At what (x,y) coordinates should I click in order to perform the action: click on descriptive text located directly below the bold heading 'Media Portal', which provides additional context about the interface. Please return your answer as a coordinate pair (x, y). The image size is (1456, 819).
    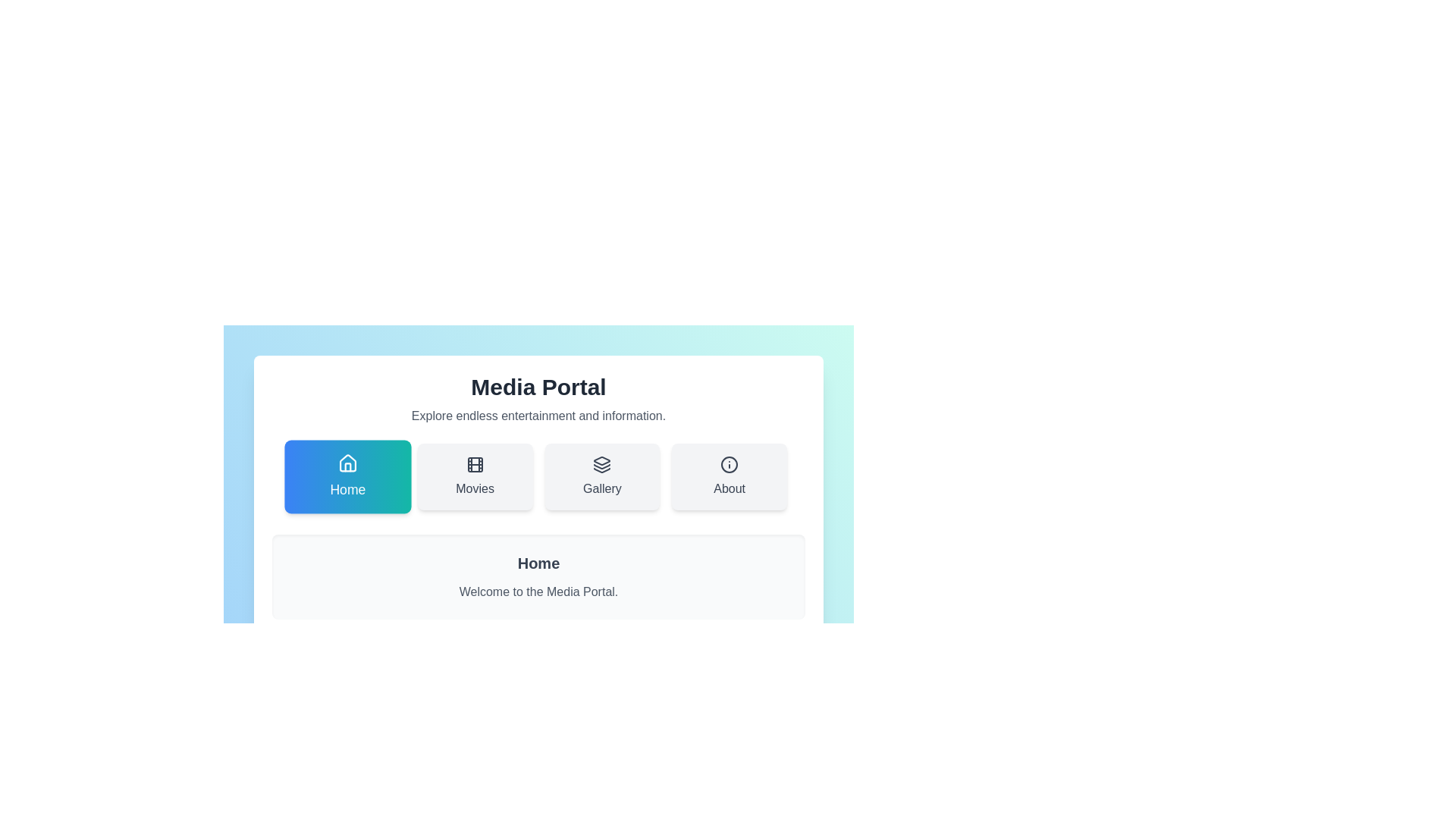
    Looking at the image, I should click on (538, 416).